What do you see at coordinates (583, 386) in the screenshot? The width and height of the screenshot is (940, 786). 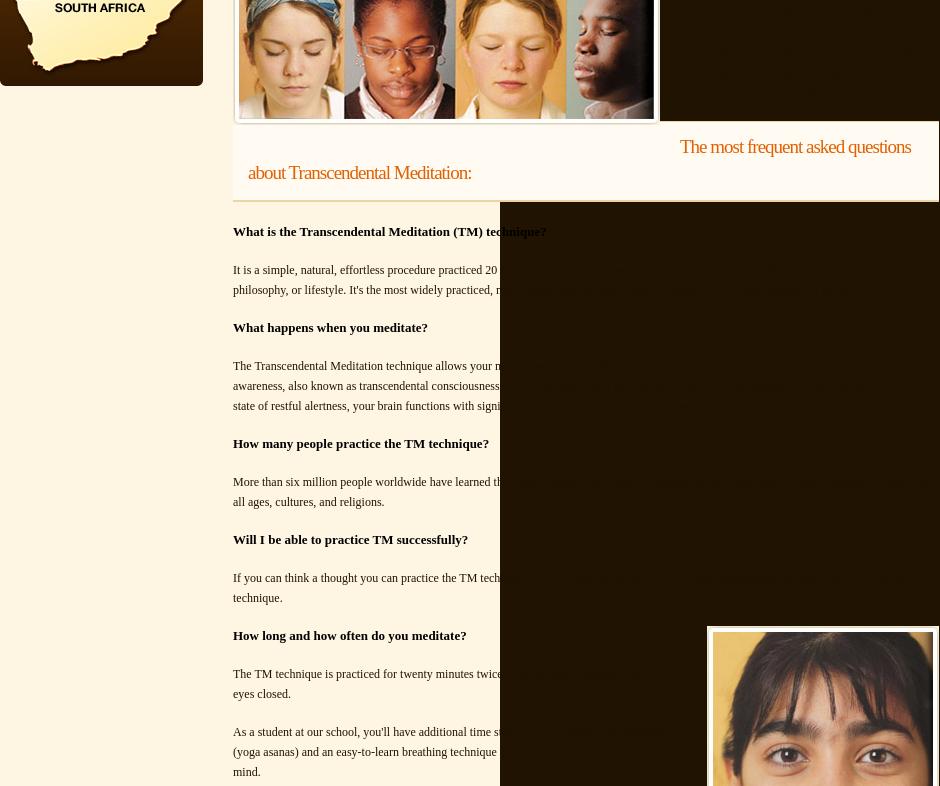 I see `'The Transcendental Meditation technique allows your mind to settle inward beyond thought to experience the source of thought — pure awareness, also known as transcendental consciousness. This is the most silent and peaceful level of consciousness — your innermost Self. In this state of restful alertness, your brain functions with significantly greater coherence and your body gains deep rest.'` at bounding box center [583, 386].